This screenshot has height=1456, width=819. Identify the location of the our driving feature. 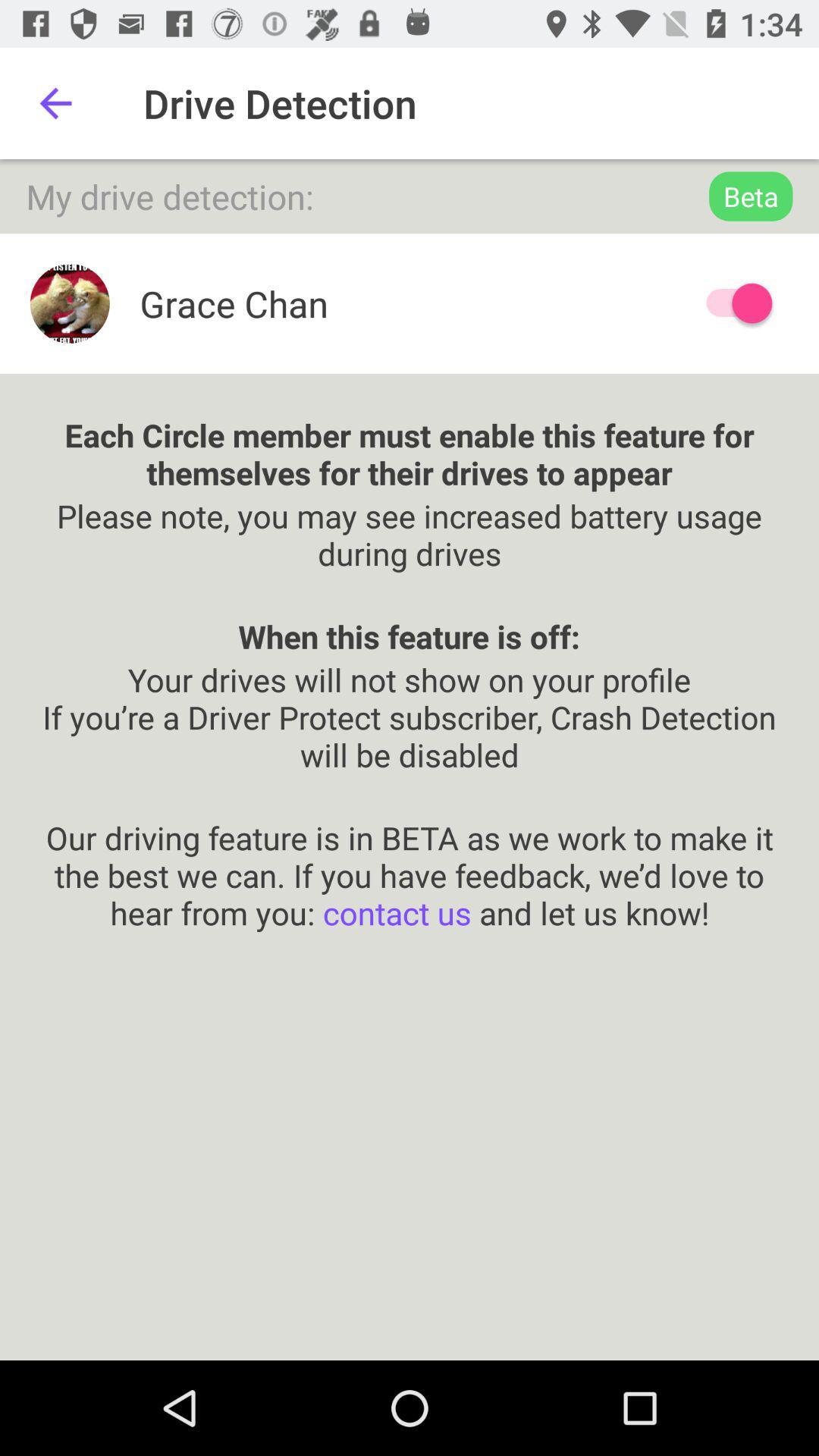
(409, 855).